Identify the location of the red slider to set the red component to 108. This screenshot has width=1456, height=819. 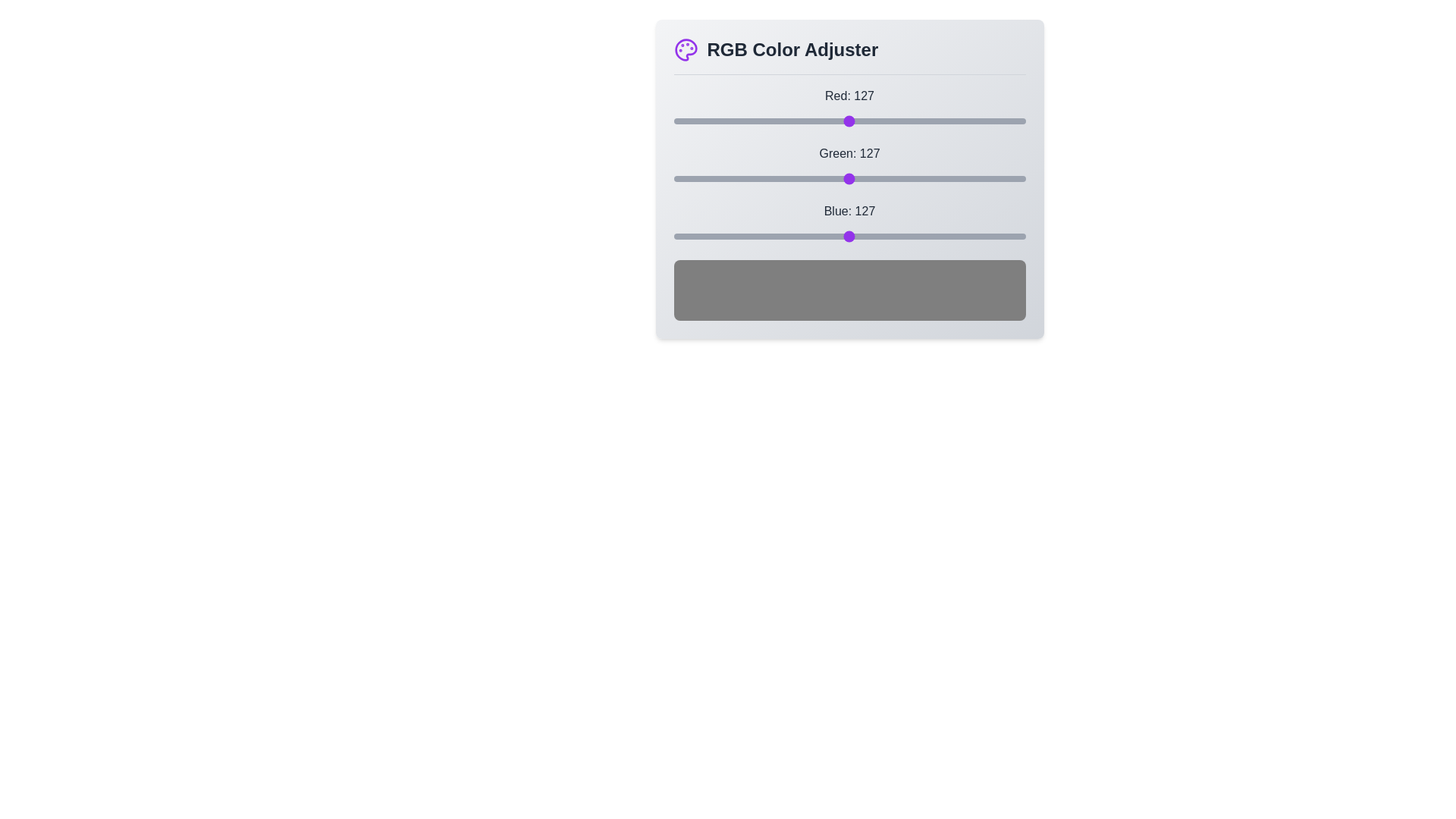
(821, 120).